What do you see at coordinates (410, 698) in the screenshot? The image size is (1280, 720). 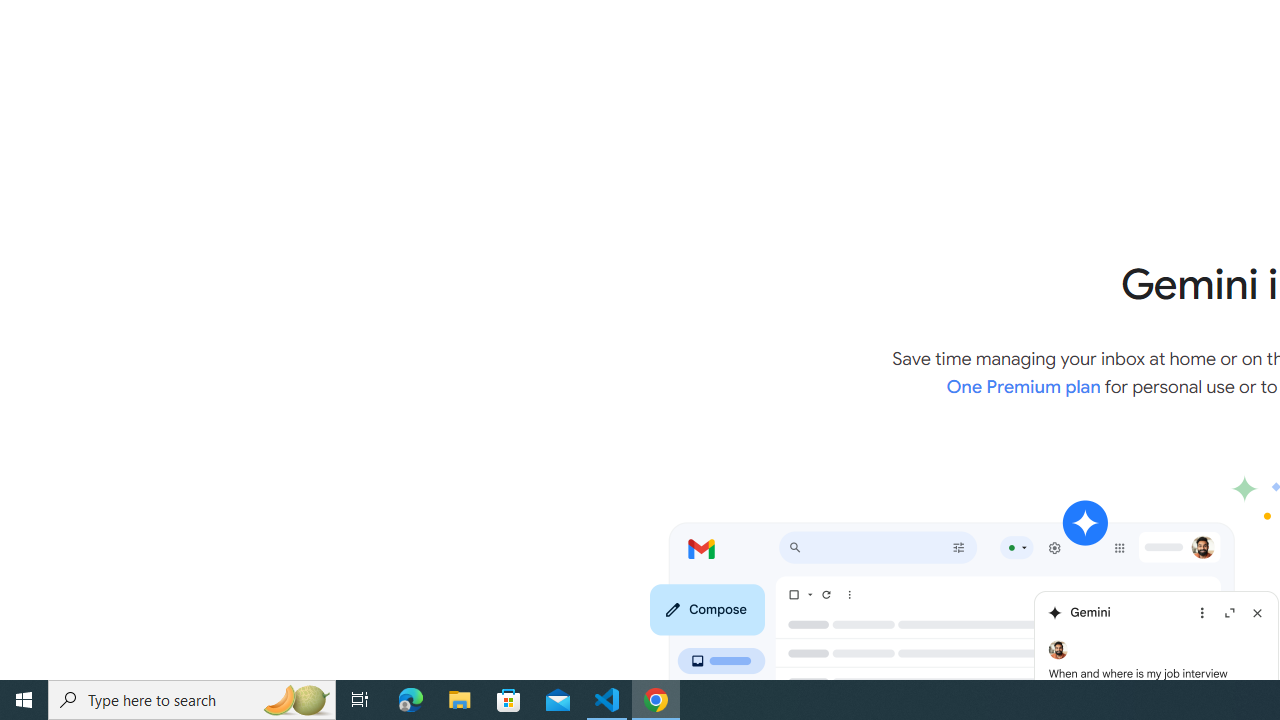 I see `'Microsoft Edge'` at bounding box center [410, 698].